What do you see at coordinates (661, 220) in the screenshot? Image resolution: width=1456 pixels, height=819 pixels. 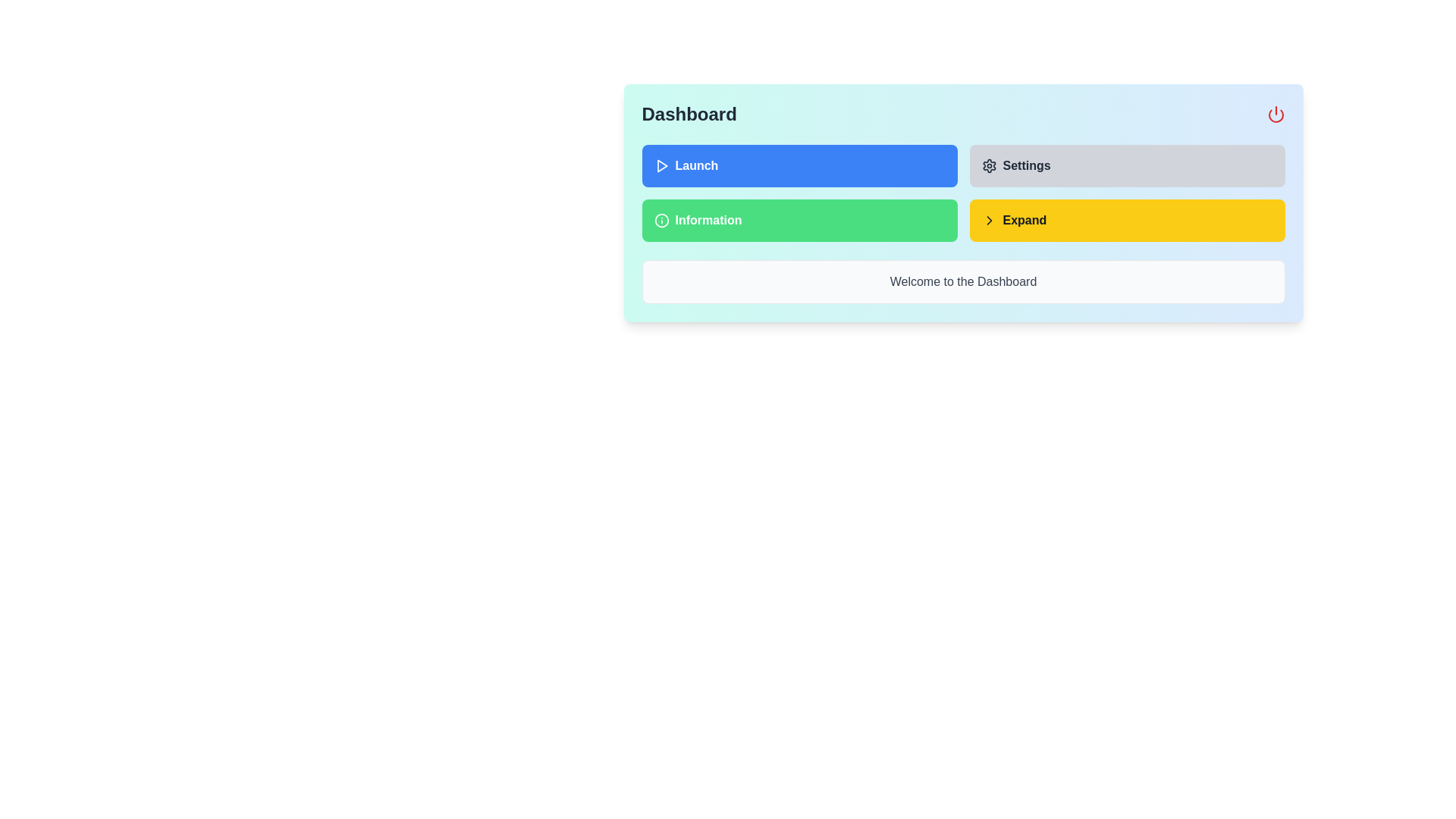 I see `the outermost circular element of the 'Information' icon, which is centrally located inside the green rectangle labeled 'Information' in the dashboard` at bounding box center [661, 220].